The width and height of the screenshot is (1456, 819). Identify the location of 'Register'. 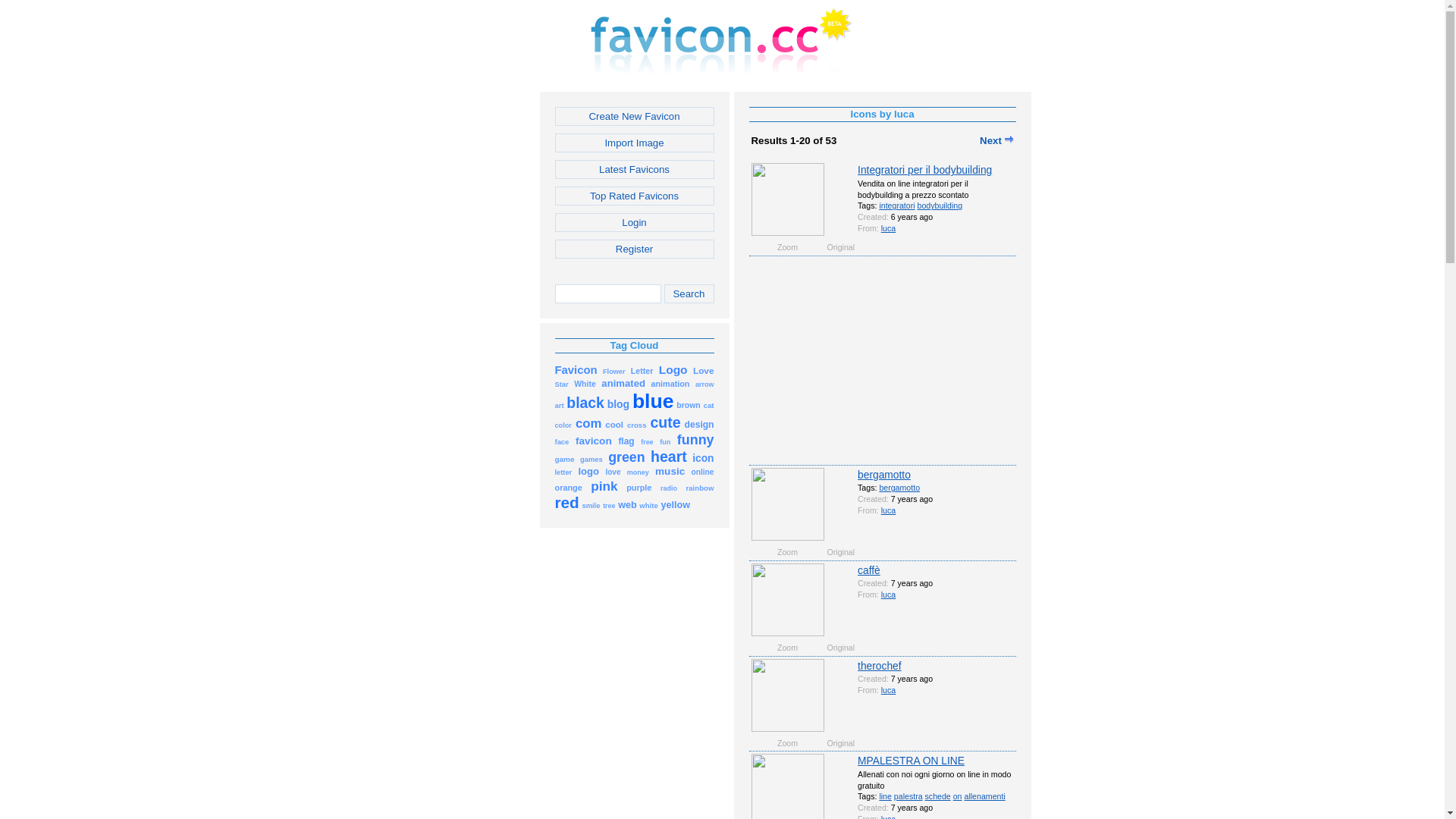
(634, 248).